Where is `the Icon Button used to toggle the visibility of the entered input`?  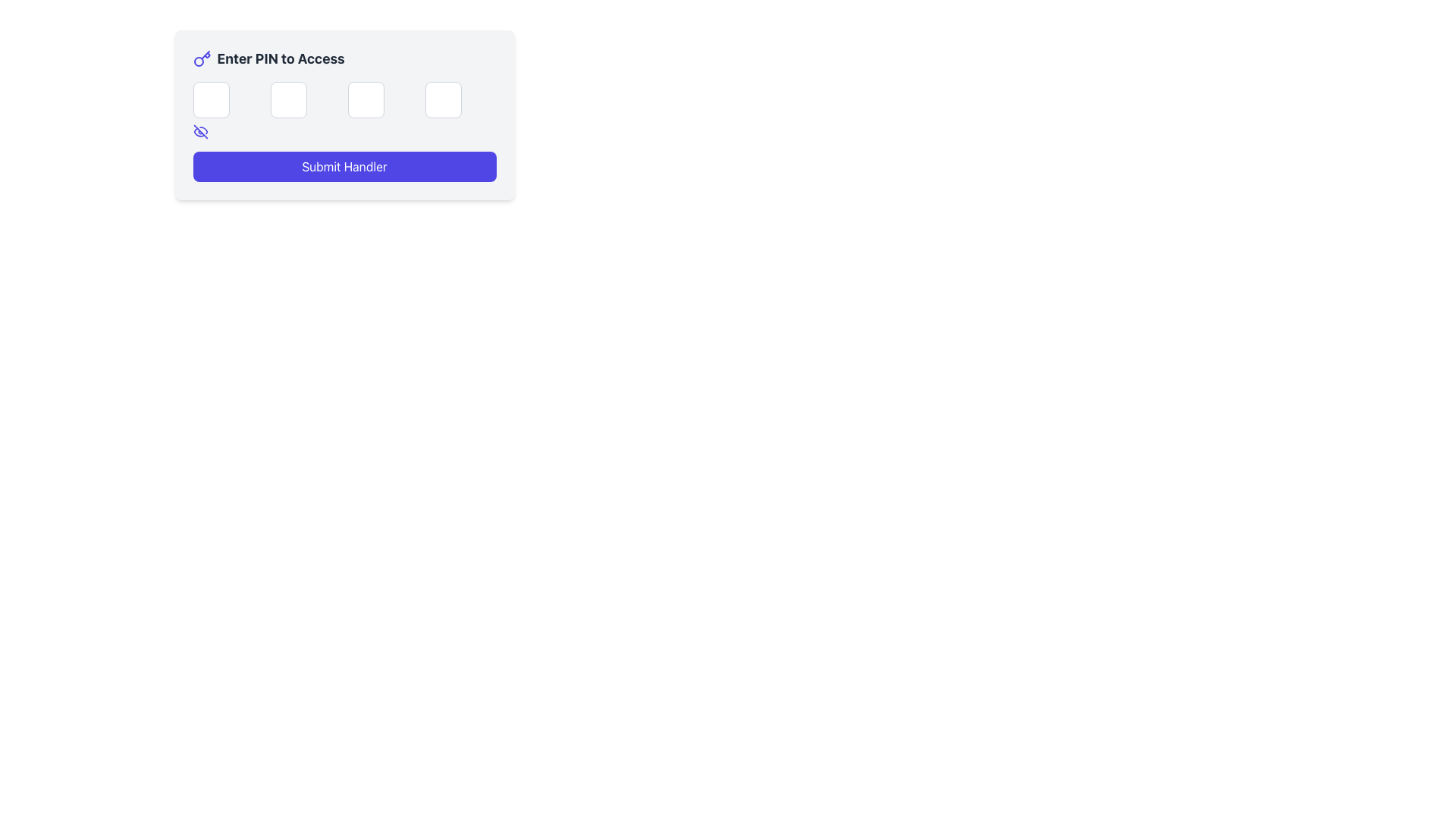
the Icon Button used to toggle the visibility of the entered input is located at coordinates (199, 130).